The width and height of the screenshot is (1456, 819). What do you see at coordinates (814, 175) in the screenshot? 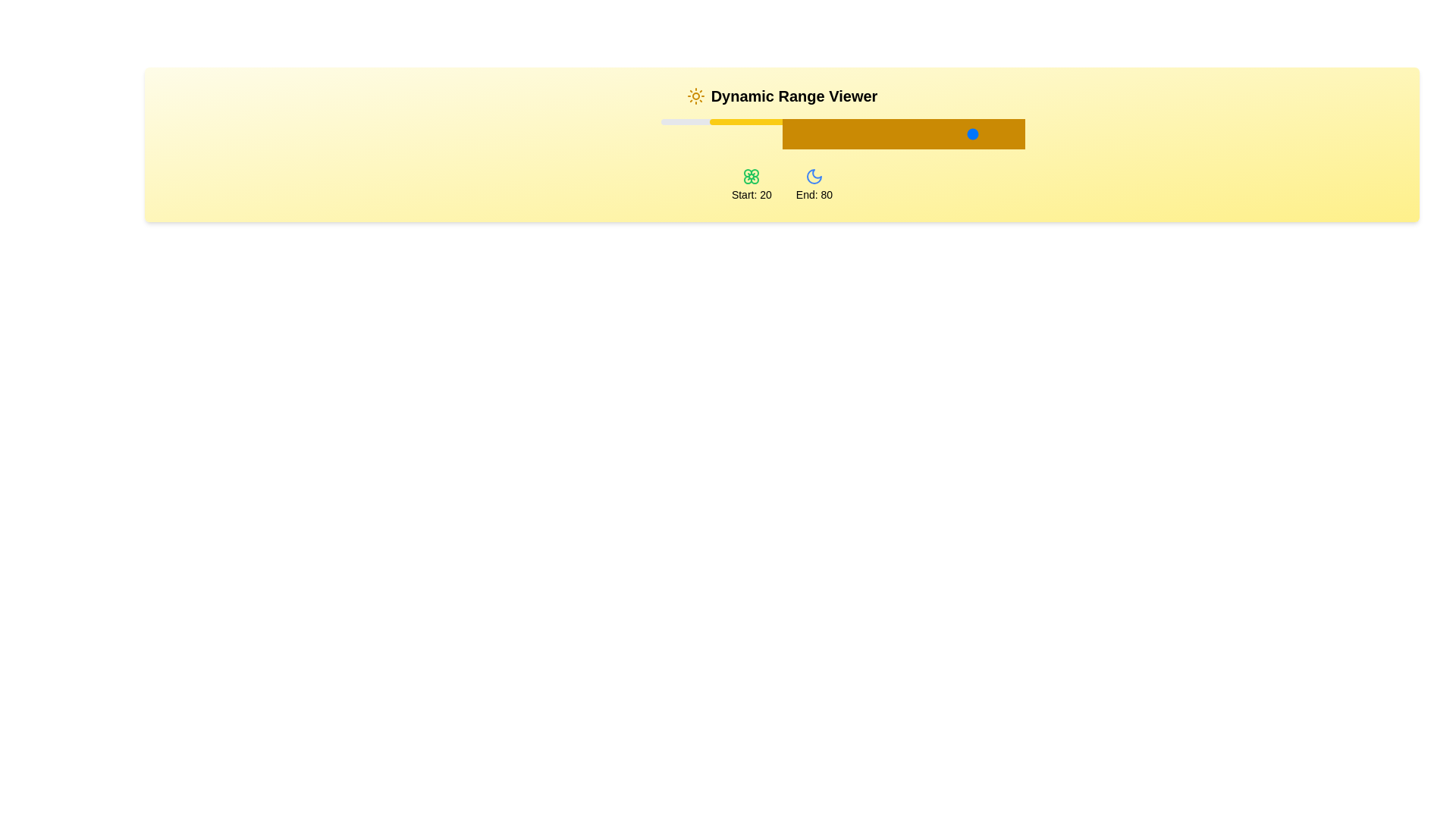
I see `the moon-shaped icon with a blue outline located under the label 'End: 80' in the lower section of the main content area` at bounding box center [814, 175].